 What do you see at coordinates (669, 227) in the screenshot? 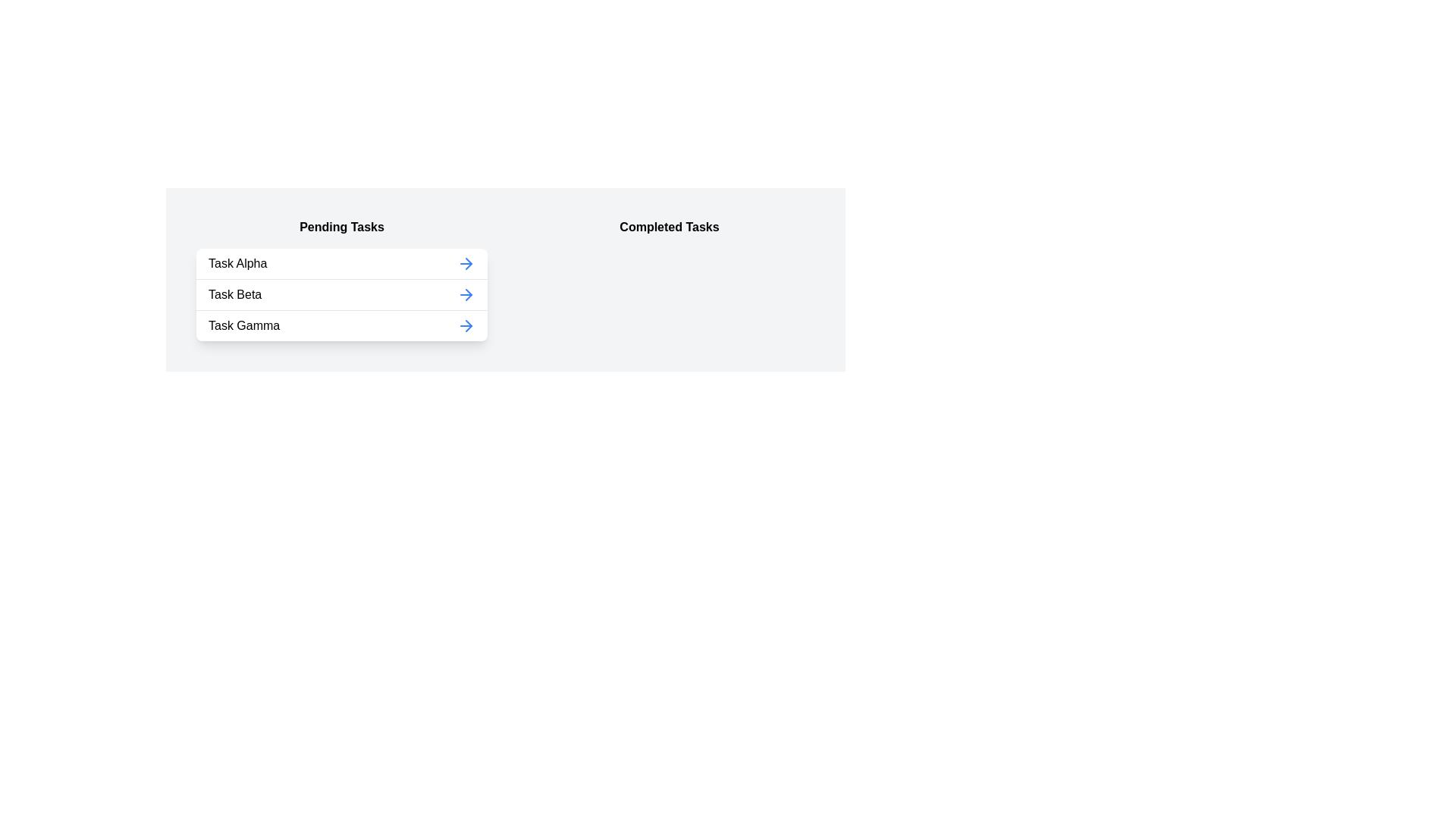
I see `the title of the 'Completed Tasks' section, located at the center of the 'Completed Tasks' panel` at bounding box center [669, 227].